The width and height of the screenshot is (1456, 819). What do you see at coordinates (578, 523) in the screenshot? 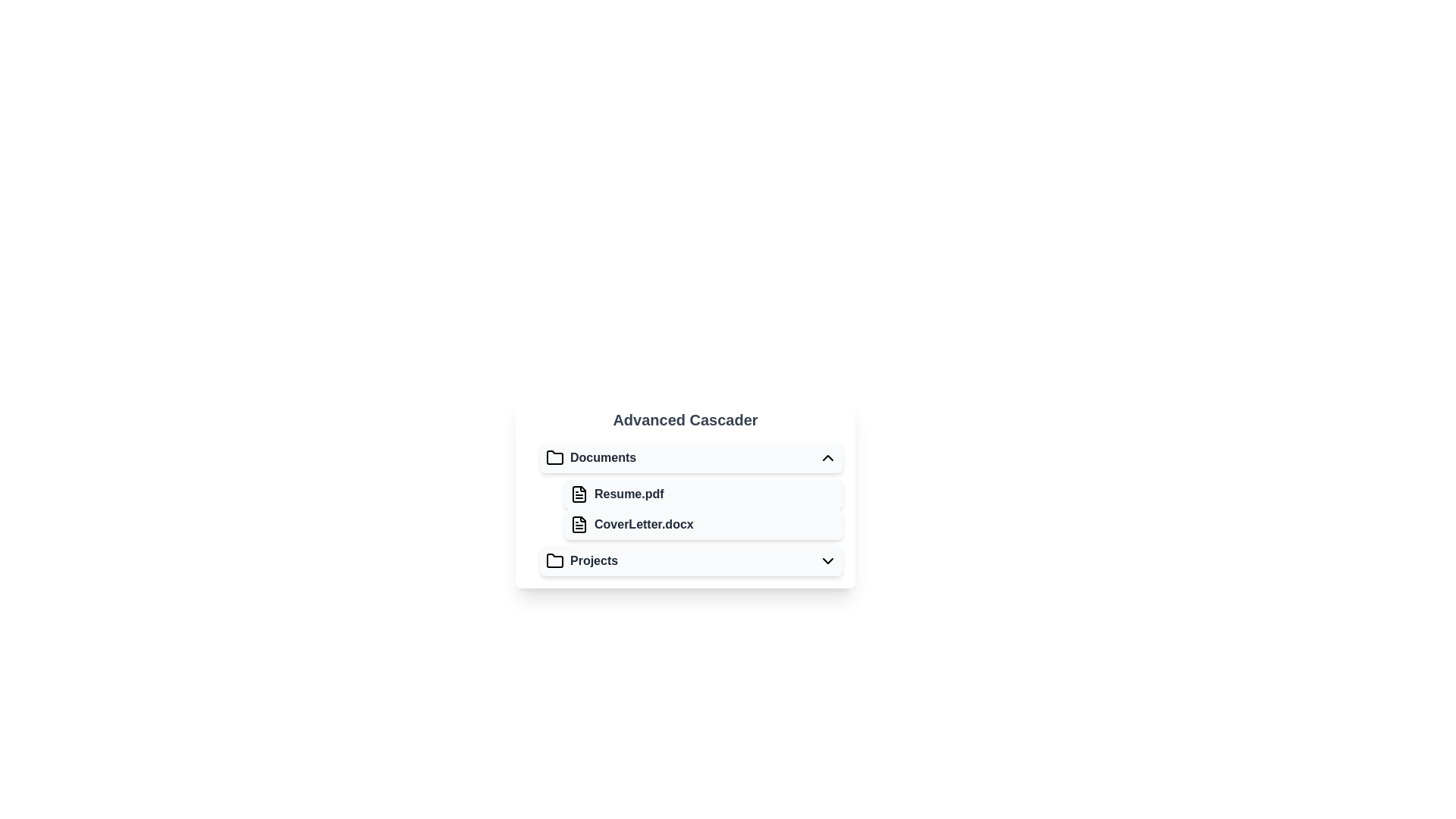
I see `the icon that represents the 'CoverLetter.docx' file entry in the 'Documents' section of the 'Advanced Cascader' interface` at bounding box center [578, 523].